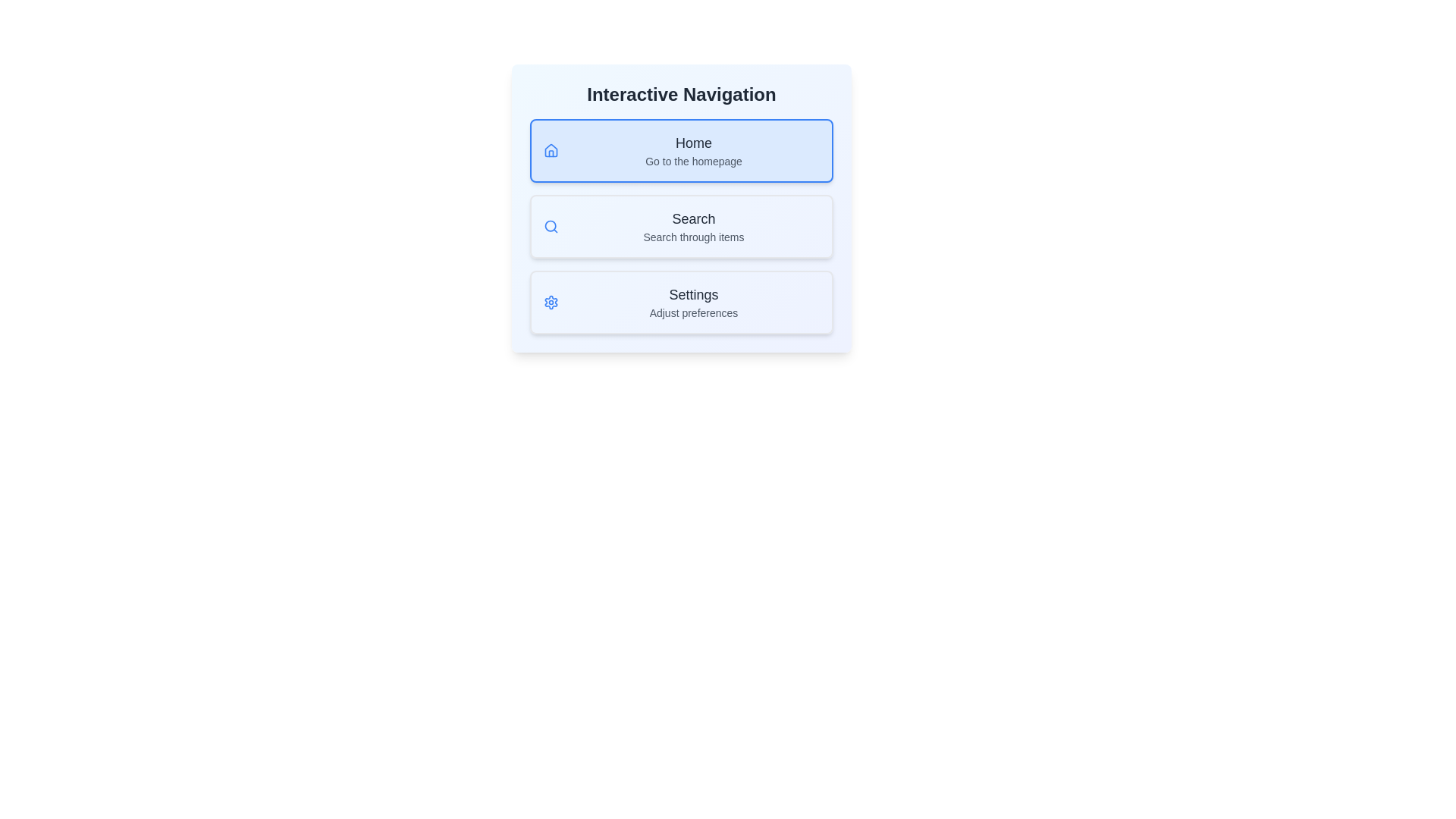 This screenshot has height=819, width=1456. Describe the element at coordinates (680, 302) in the screenshot. I see `the menu item Settings by clicking on it` at that location.